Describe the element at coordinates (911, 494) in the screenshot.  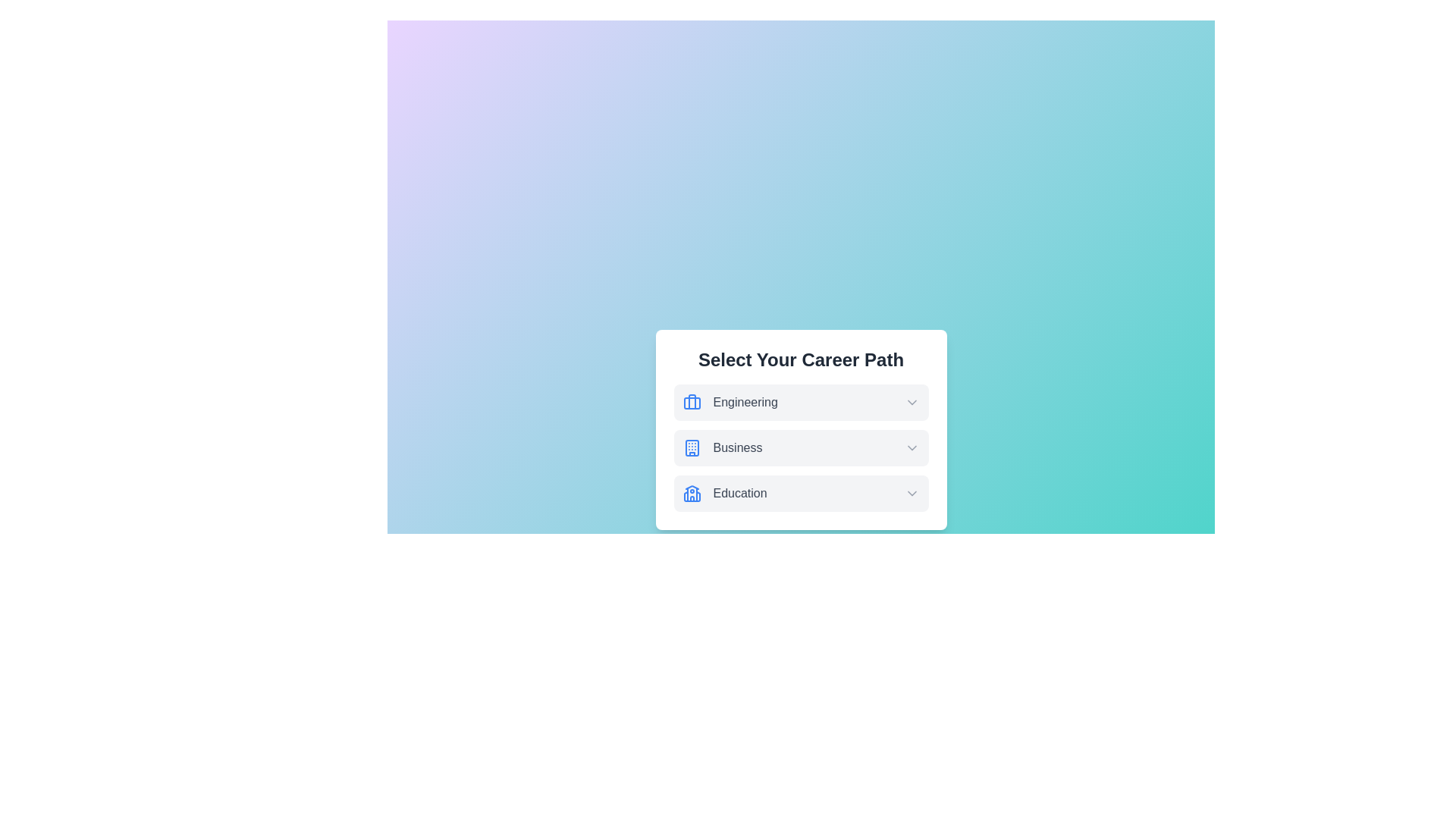
I see `dropdown arrow icon for the Education option` at that location.